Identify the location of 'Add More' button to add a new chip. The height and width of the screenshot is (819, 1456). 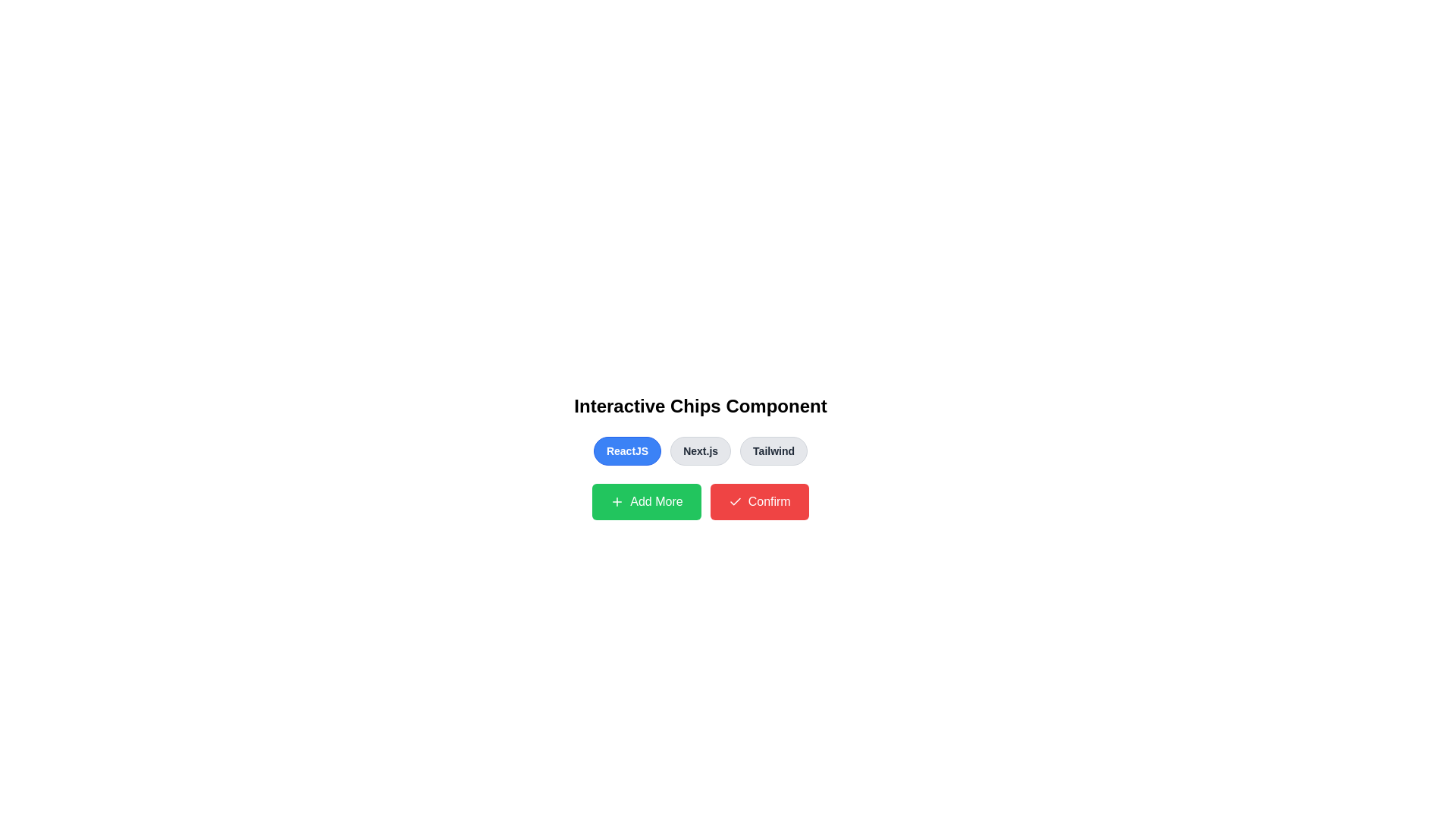
(647, 502).